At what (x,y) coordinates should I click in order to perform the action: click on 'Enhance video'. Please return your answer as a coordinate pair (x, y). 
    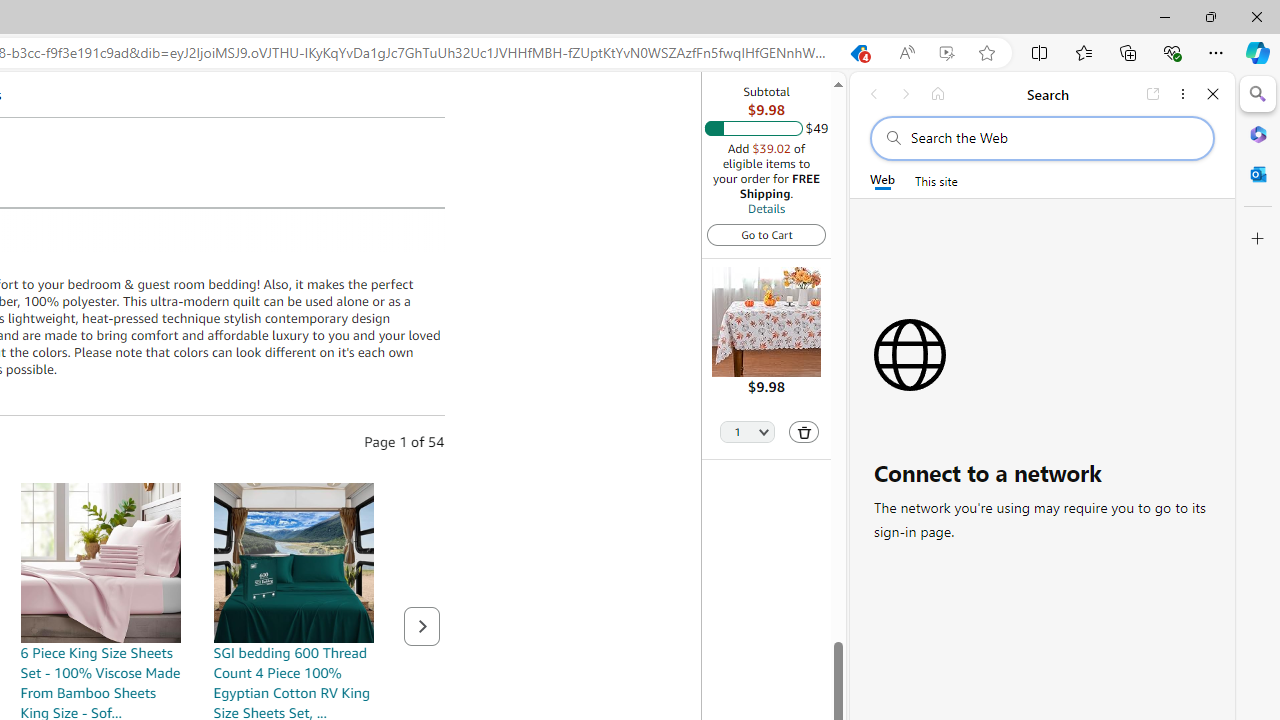
    Looking at the image, I should click on (945, 52).